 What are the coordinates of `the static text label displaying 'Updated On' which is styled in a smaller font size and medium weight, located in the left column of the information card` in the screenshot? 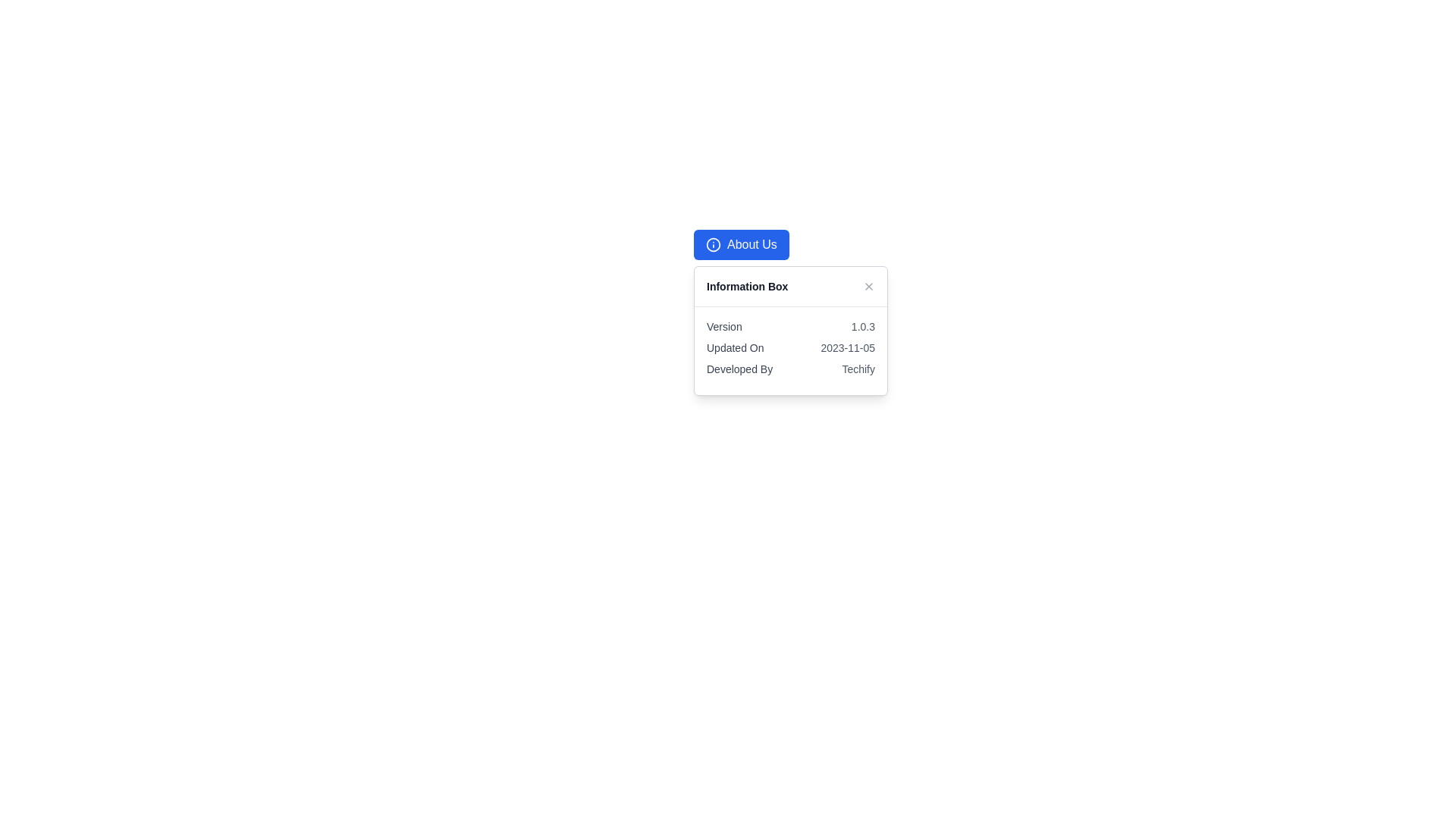 It's located at (735, 348).